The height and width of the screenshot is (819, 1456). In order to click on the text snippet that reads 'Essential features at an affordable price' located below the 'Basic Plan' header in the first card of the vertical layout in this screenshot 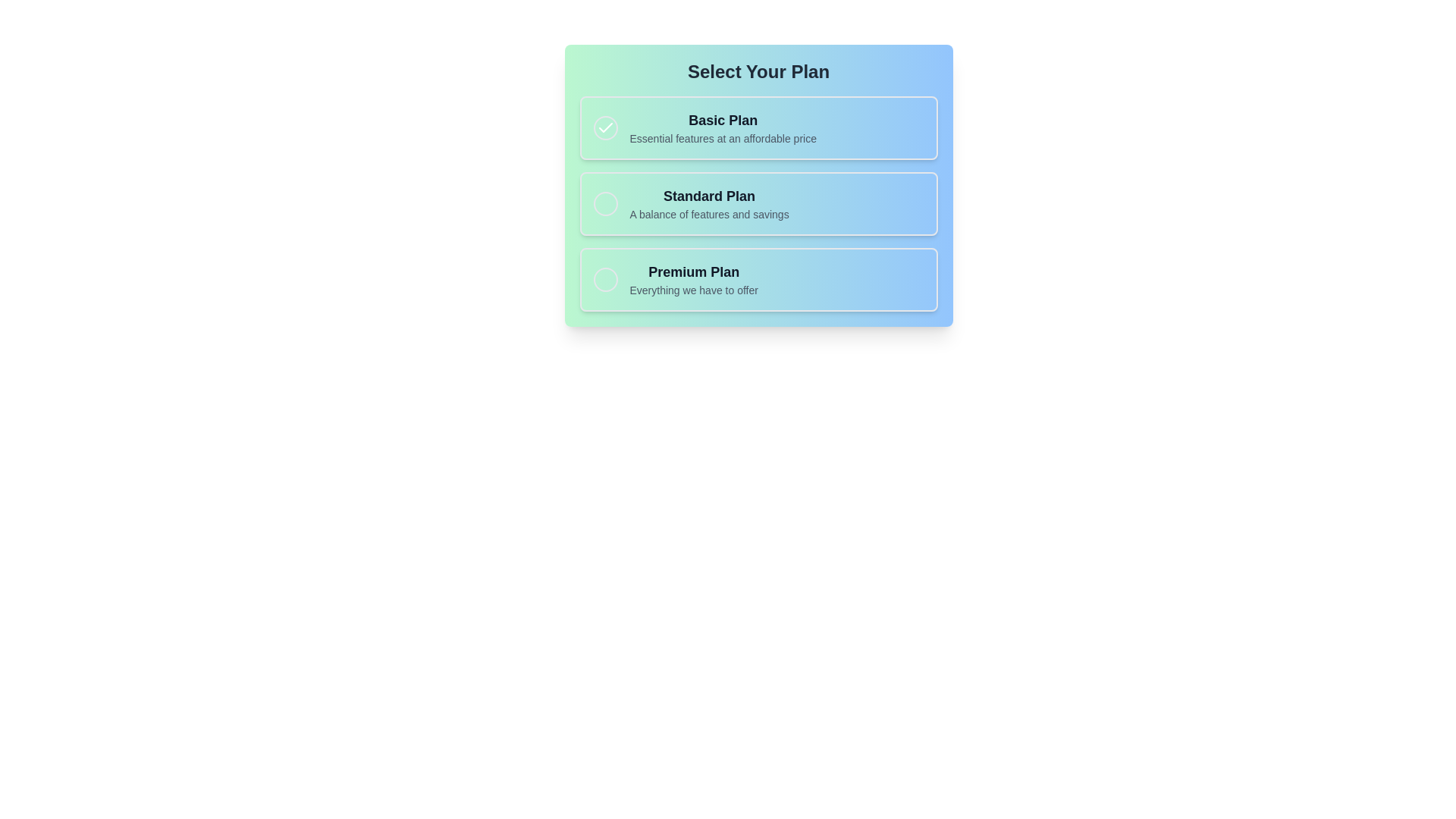, I will do `click(722, 138)`.